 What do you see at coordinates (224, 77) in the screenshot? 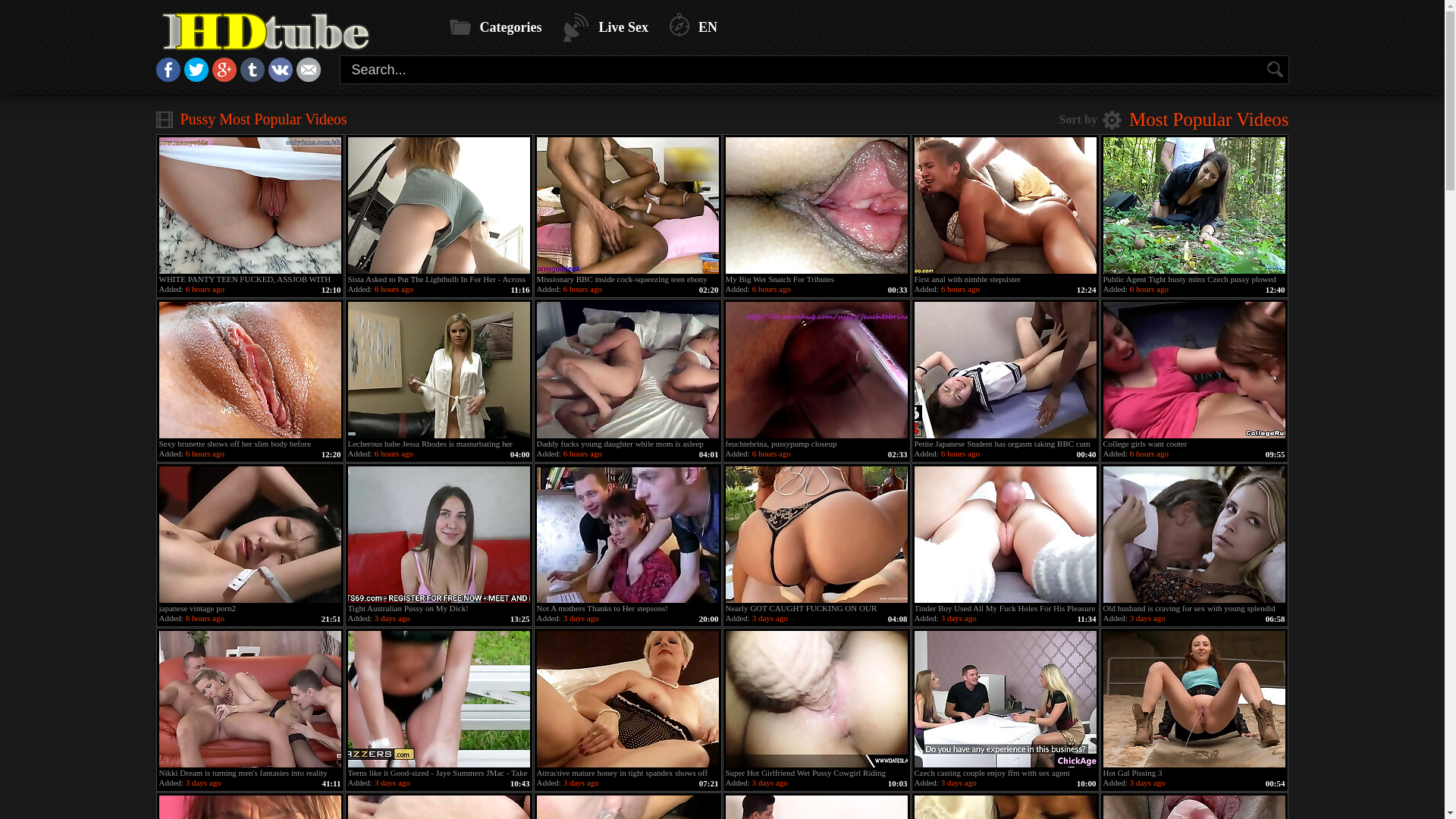
I see `'Share on Google+'` at bounding box center [224, 77].